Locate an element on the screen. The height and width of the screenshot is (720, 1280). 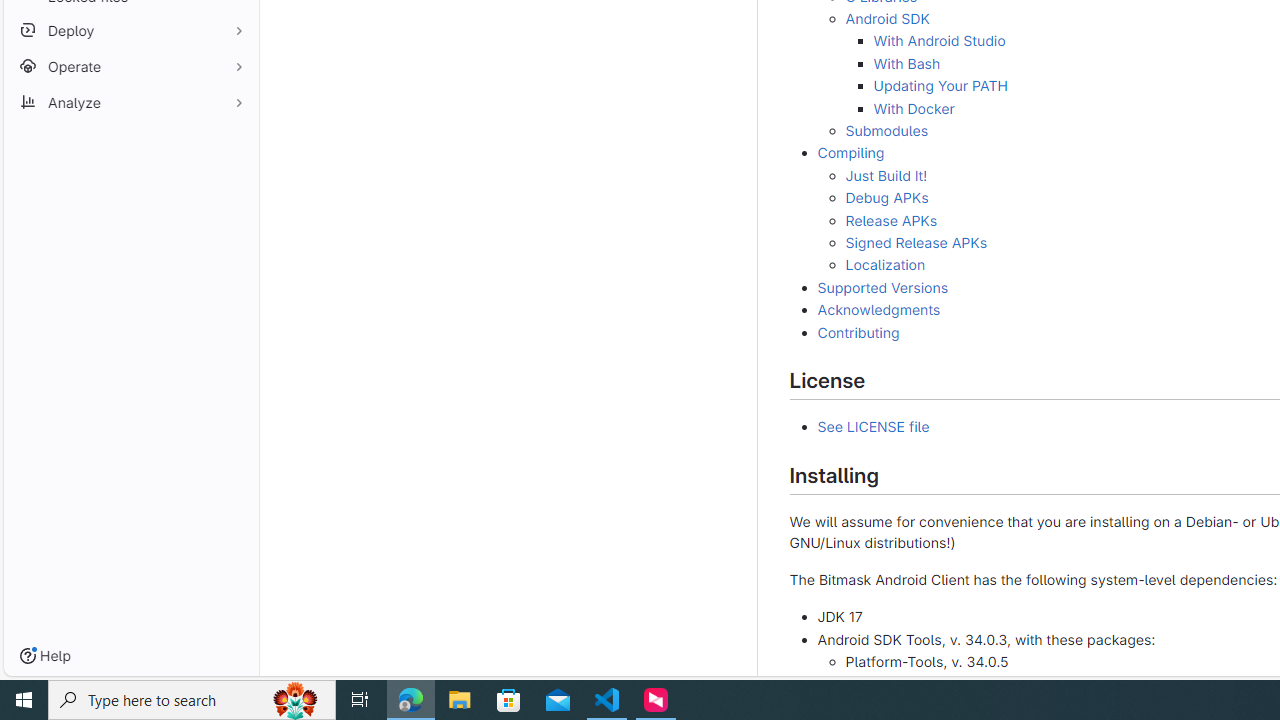
'With Docker' is located at coordinates (912, 108).